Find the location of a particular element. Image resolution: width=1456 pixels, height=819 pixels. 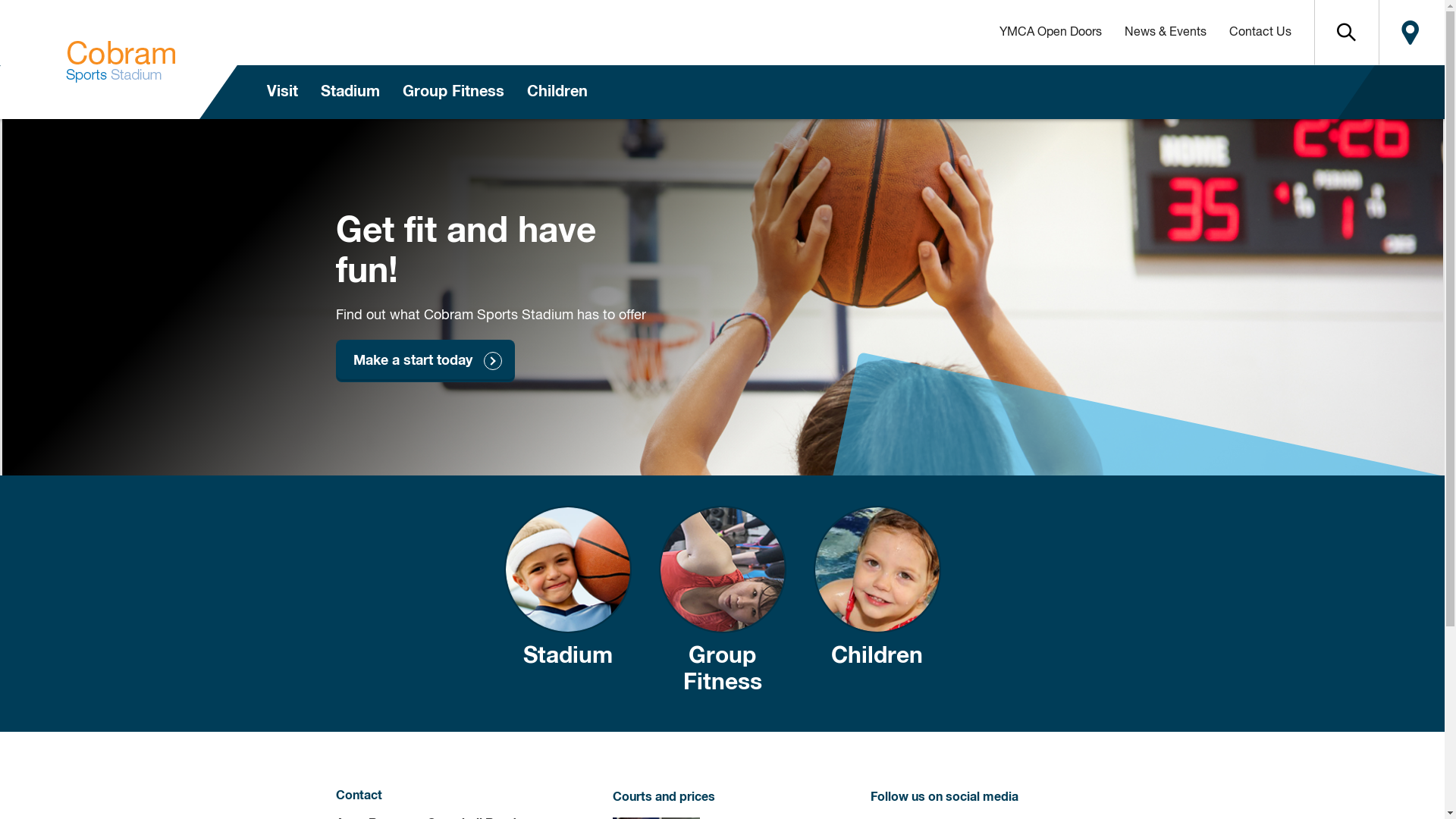

'YMCA Open Doors' is located at coordinates (1049, 32).